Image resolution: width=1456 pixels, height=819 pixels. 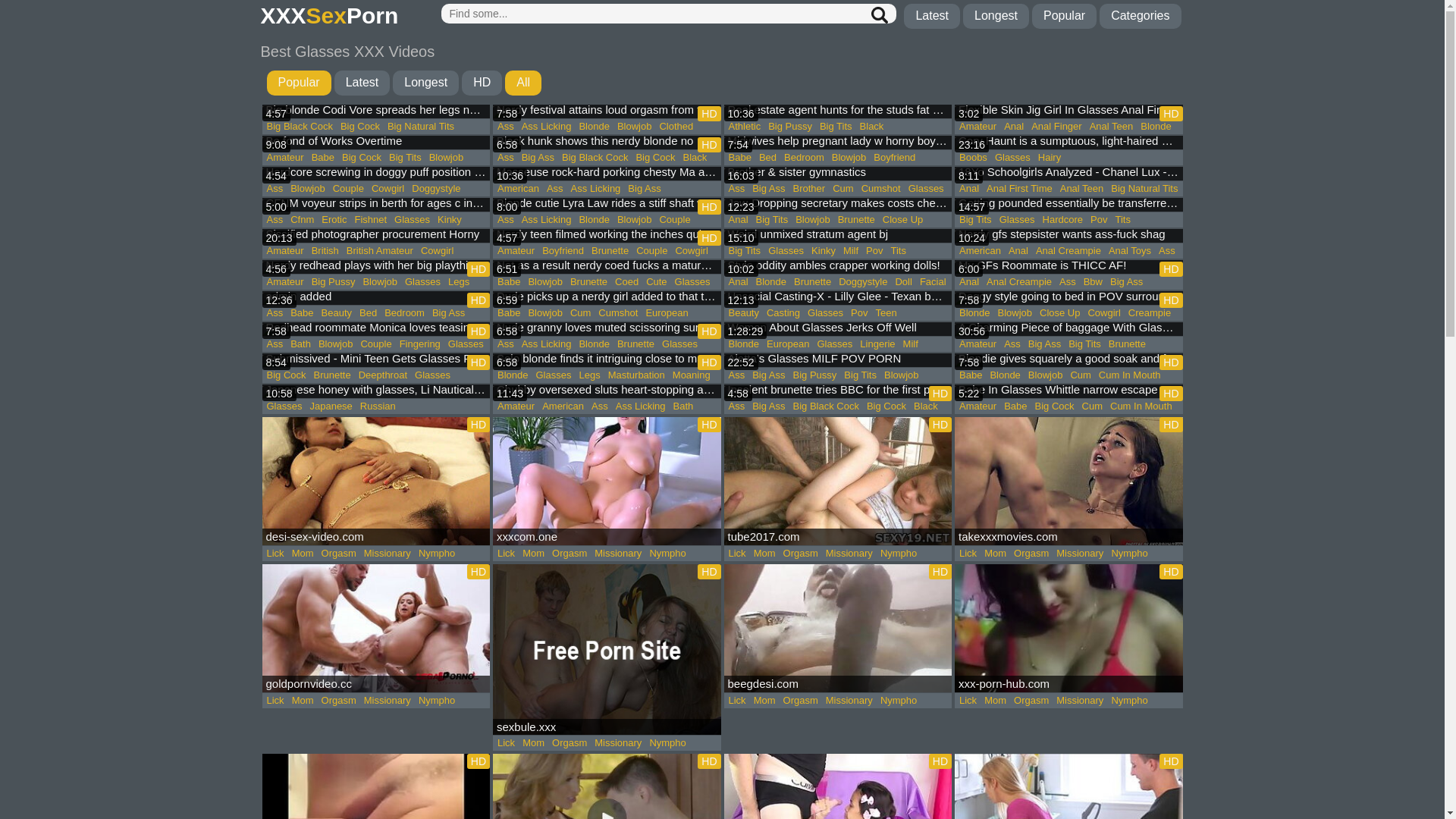 What do you see at coordinates (274, 312) in the screenshot?
I see `'Ass'` at bounding box center [274, 312].